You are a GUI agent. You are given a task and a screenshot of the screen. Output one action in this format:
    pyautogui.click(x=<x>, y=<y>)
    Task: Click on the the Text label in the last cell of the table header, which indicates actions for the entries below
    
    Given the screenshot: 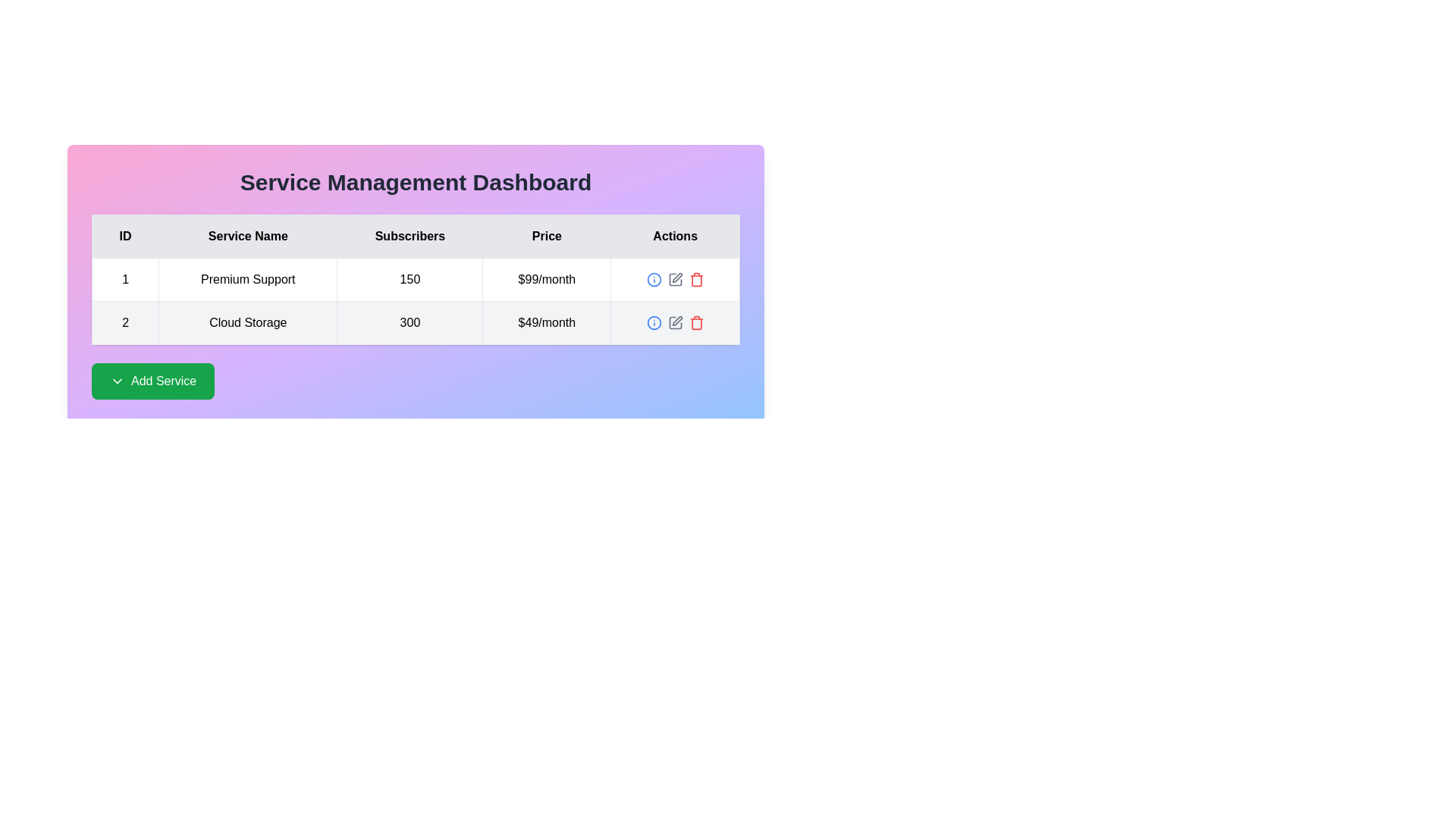 What is the action you would take?
    pyautogui.click(x=674, y=237)
    